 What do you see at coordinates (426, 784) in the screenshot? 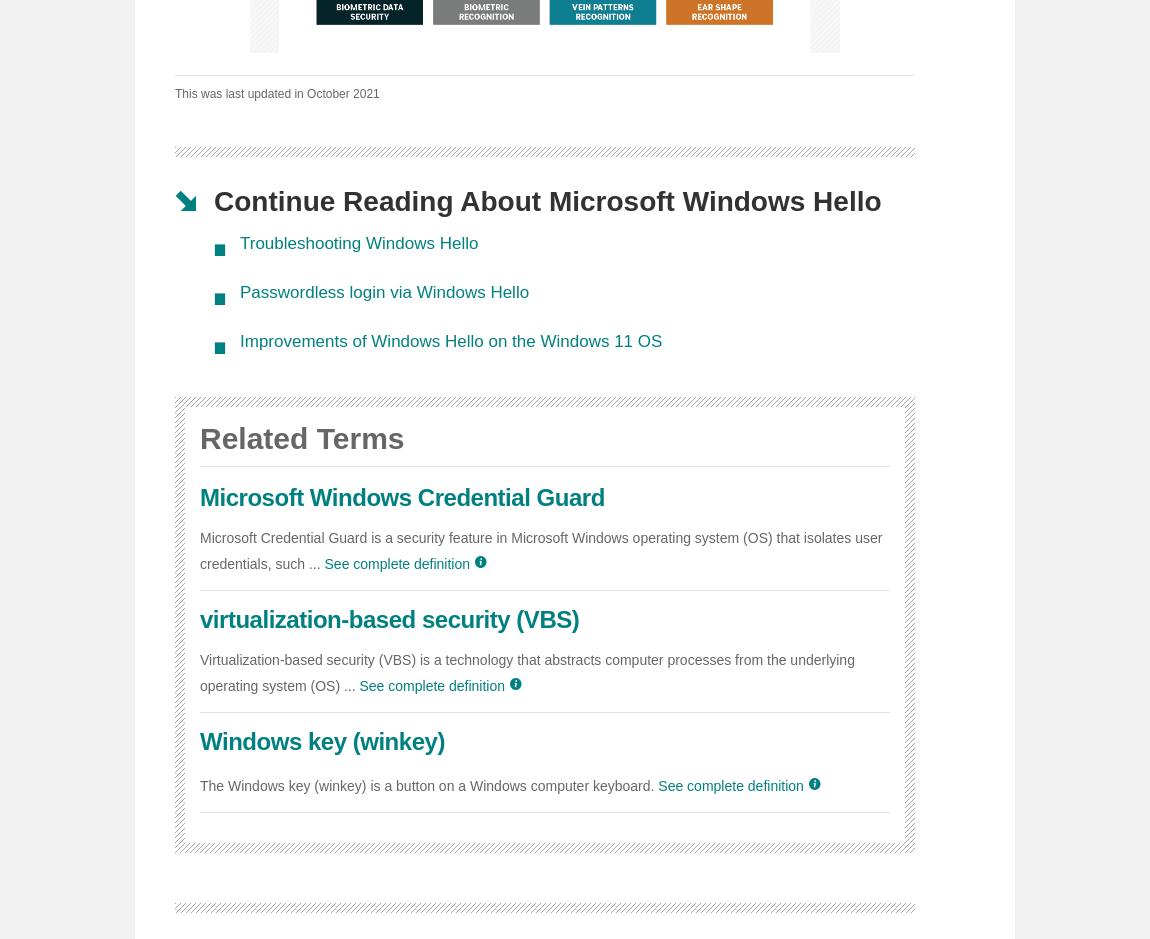
I see `'The Windows key (winkey) is a button on a Windows computer keyboard.'` at bounding box center [426, 784].